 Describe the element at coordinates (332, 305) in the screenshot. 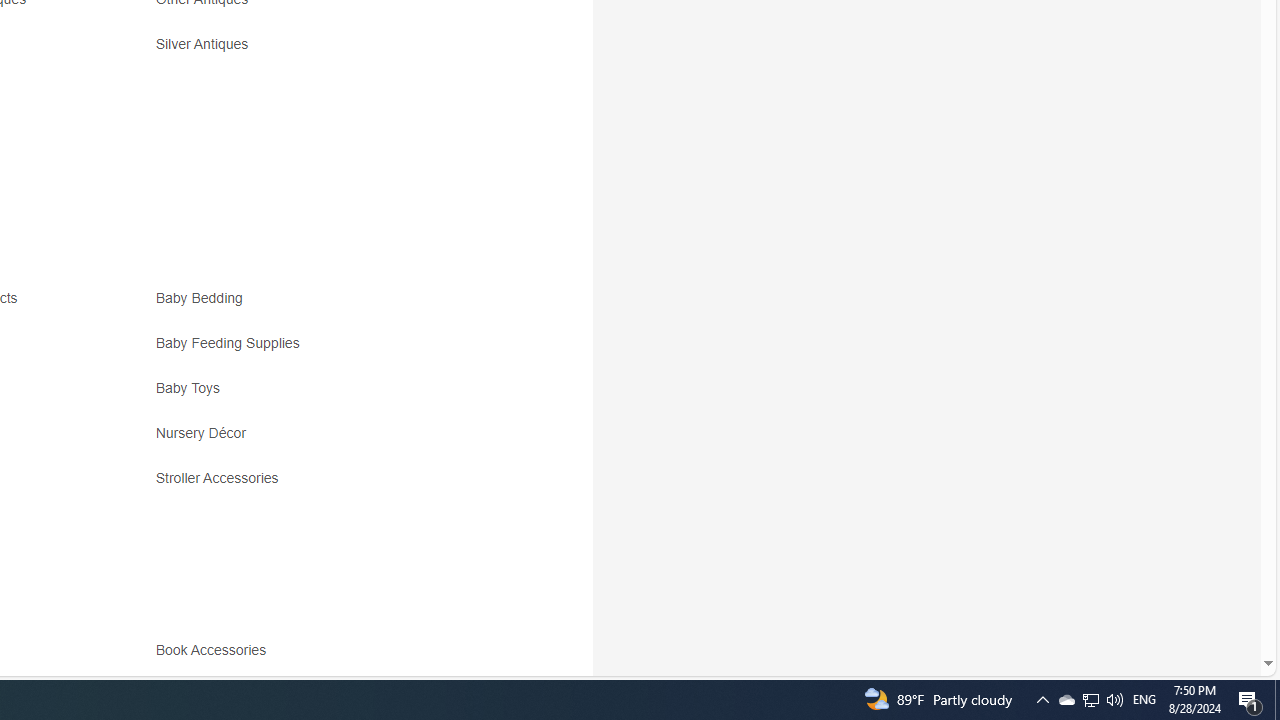

I see `'Baby Bedding'` at that location.